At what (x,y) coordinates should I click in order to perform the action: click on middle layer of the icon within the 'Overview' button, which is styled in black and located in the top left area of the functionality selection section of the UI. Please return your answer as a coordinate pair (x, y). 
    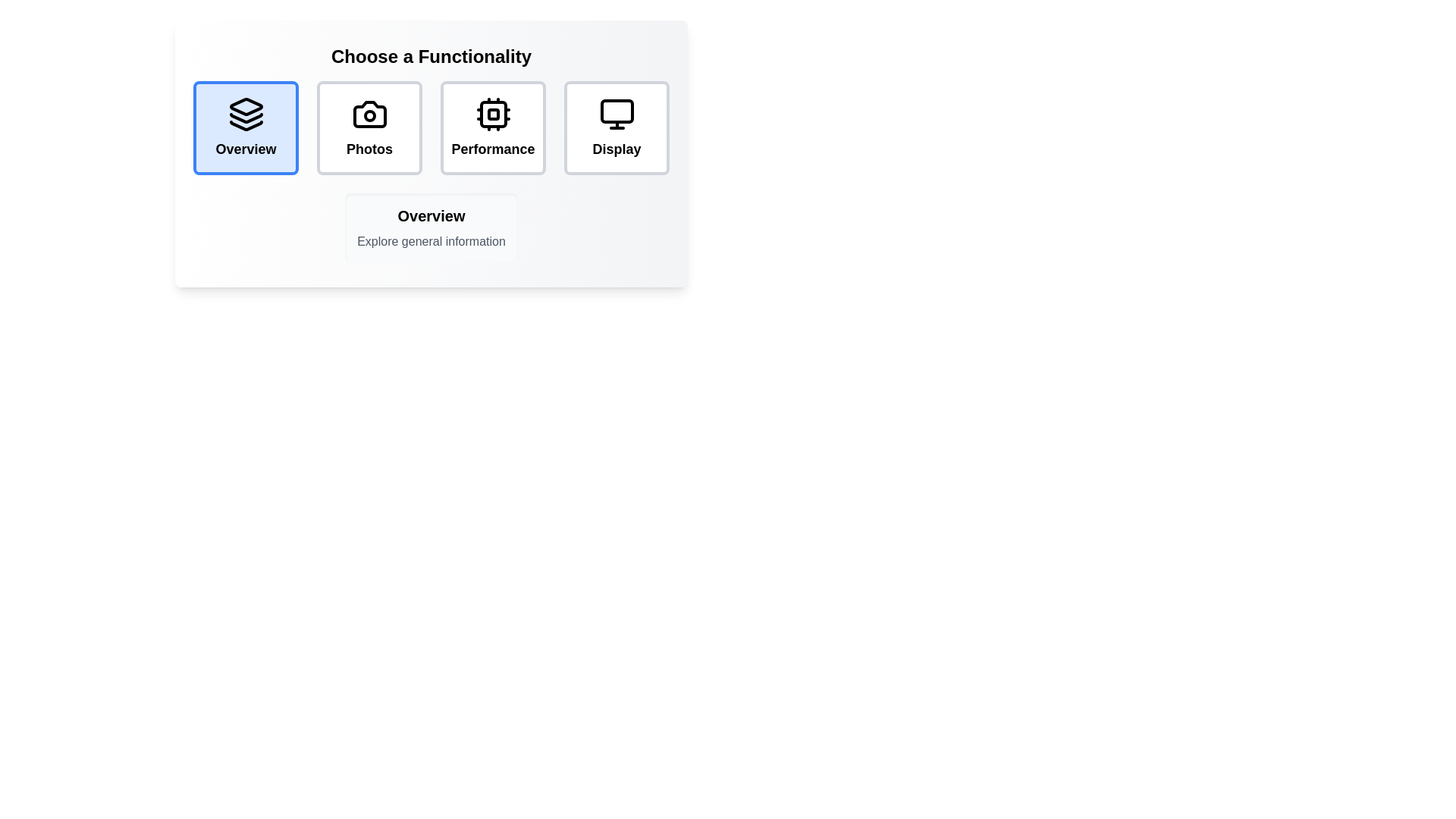
    Looking at the image, I should click on (246, 116).